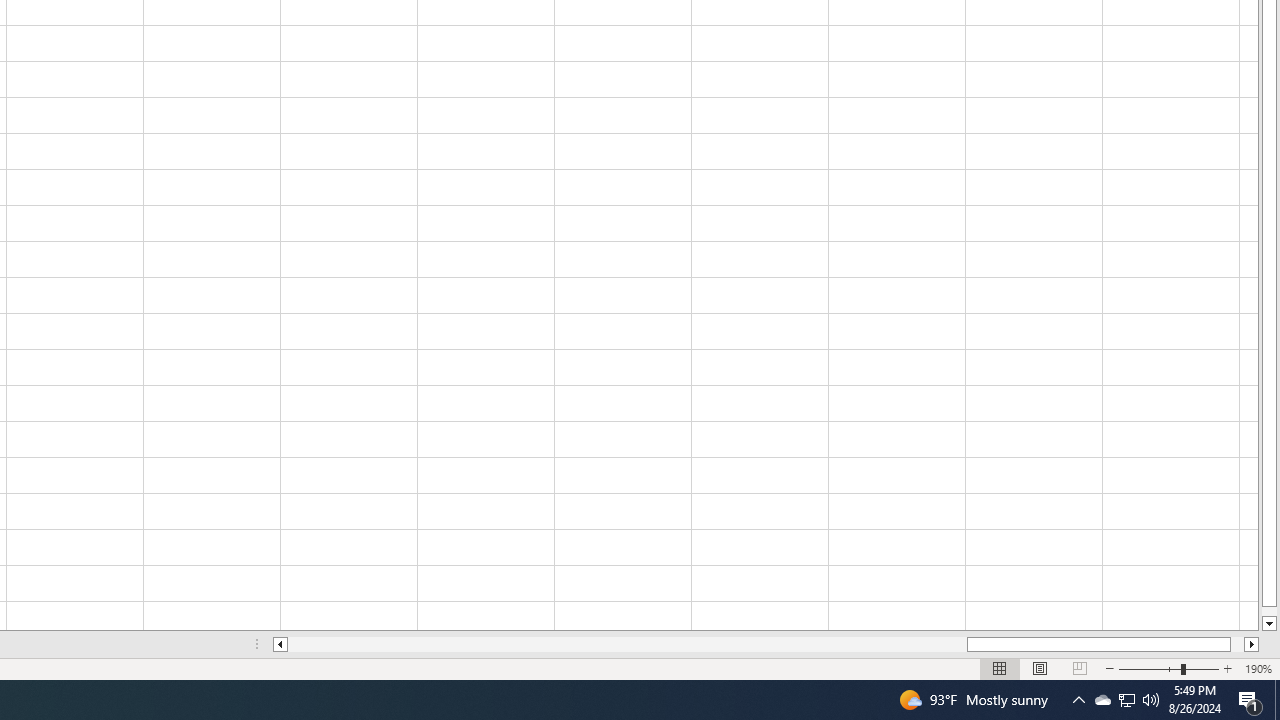 This screenshot has width=1280, height=720. Describe the element at coordinates (1150, 669) in the screenshot. I see `'Zoom Out'` at that location.